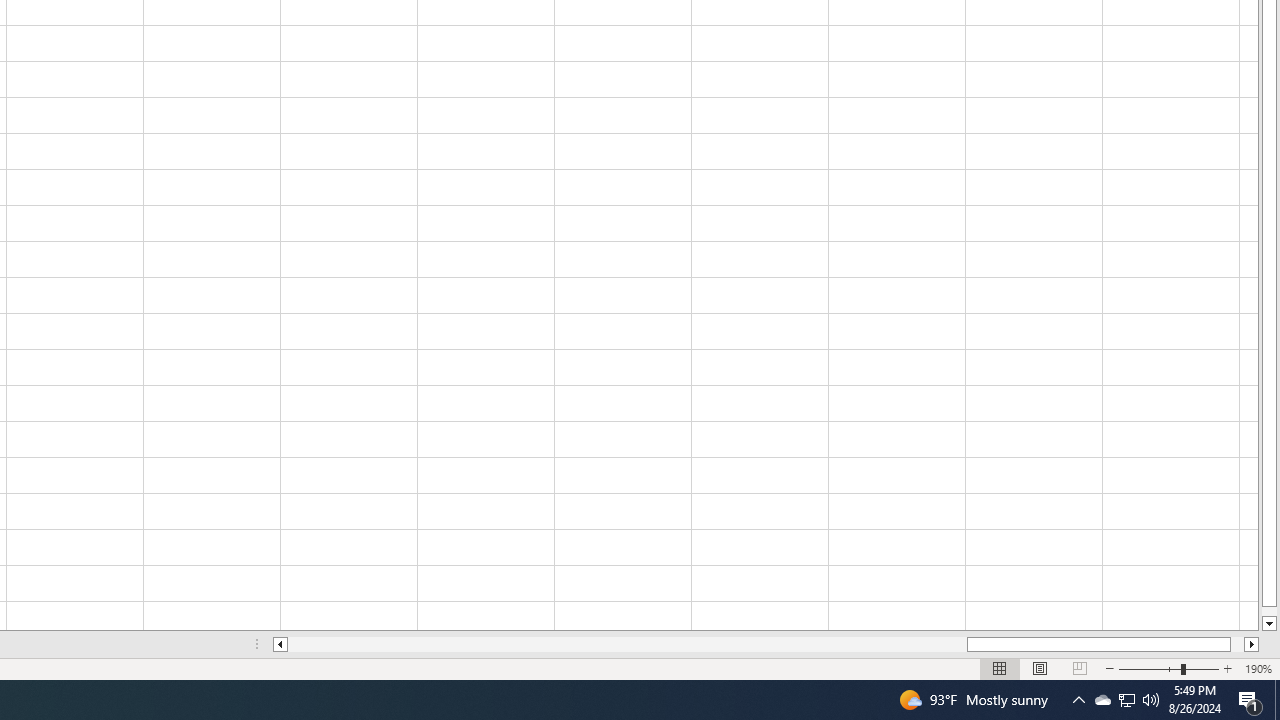 This screenshot has width=1280, height=720. Describe the element at coordinates (1150, 669) in the screenshot. I see `'Zoom Out'` at that location.